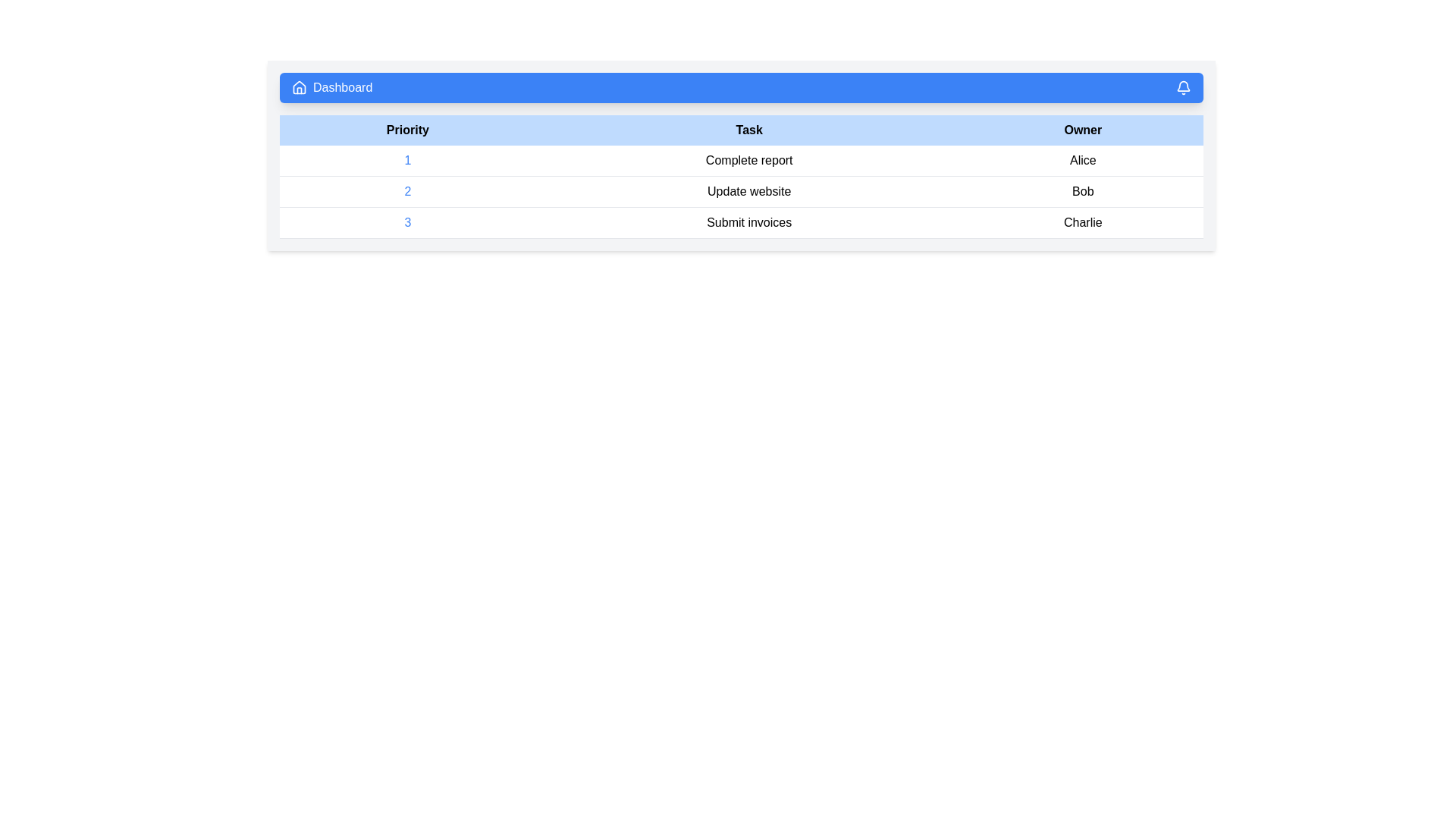  What do you see at coordinates (749, 222) in the screenshot?
I see `the text label located in the third column of row marked '3' within the table, positioned between the 'Priority' and 'Task' columns` at bounding box center [749, 222].